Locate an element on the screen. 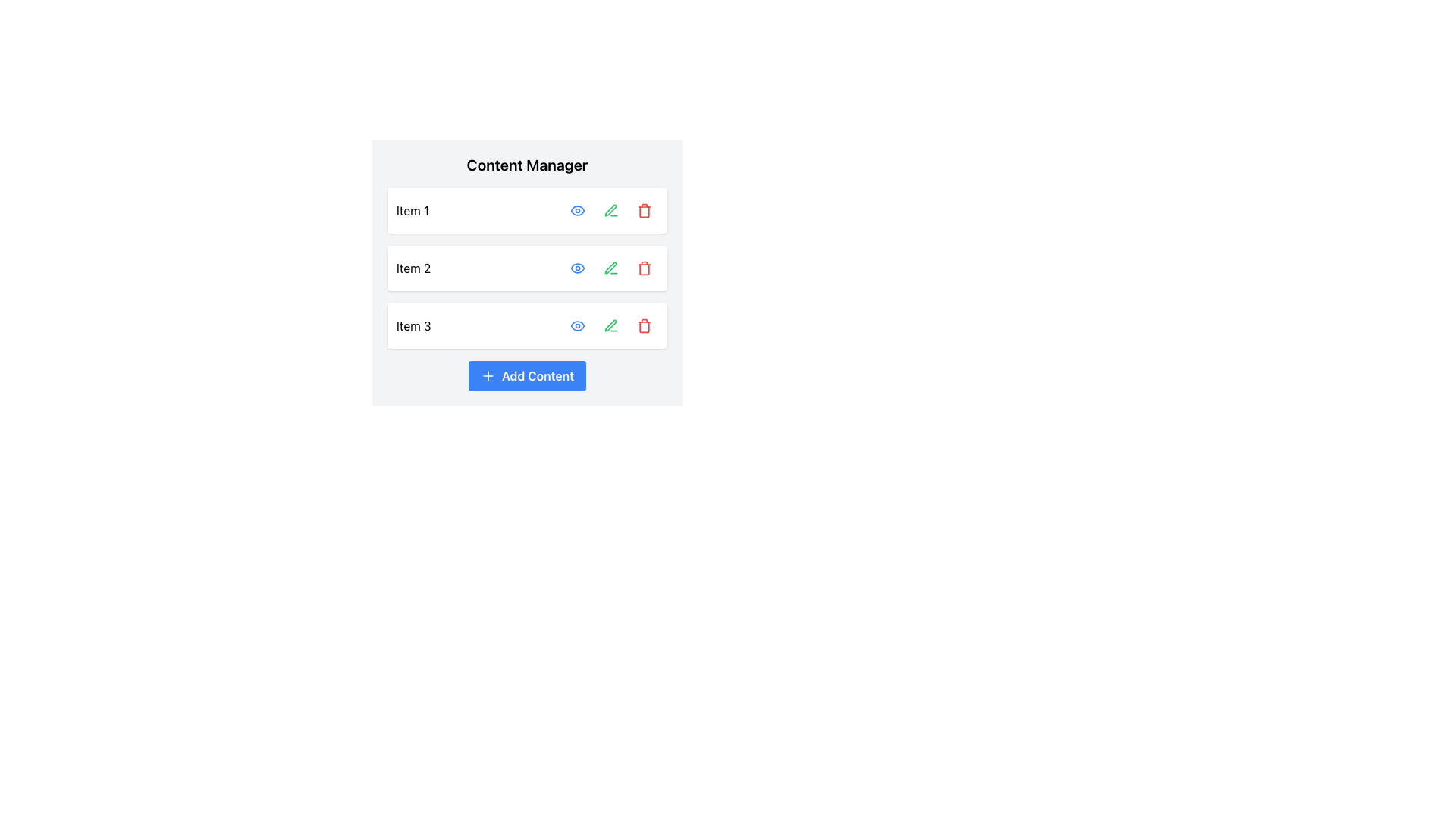 This screenshot has height=819, width=1456. the green pencil icon button associated with 'Item 3' in the 'Content Manager' is located at coordinates (610, 325).